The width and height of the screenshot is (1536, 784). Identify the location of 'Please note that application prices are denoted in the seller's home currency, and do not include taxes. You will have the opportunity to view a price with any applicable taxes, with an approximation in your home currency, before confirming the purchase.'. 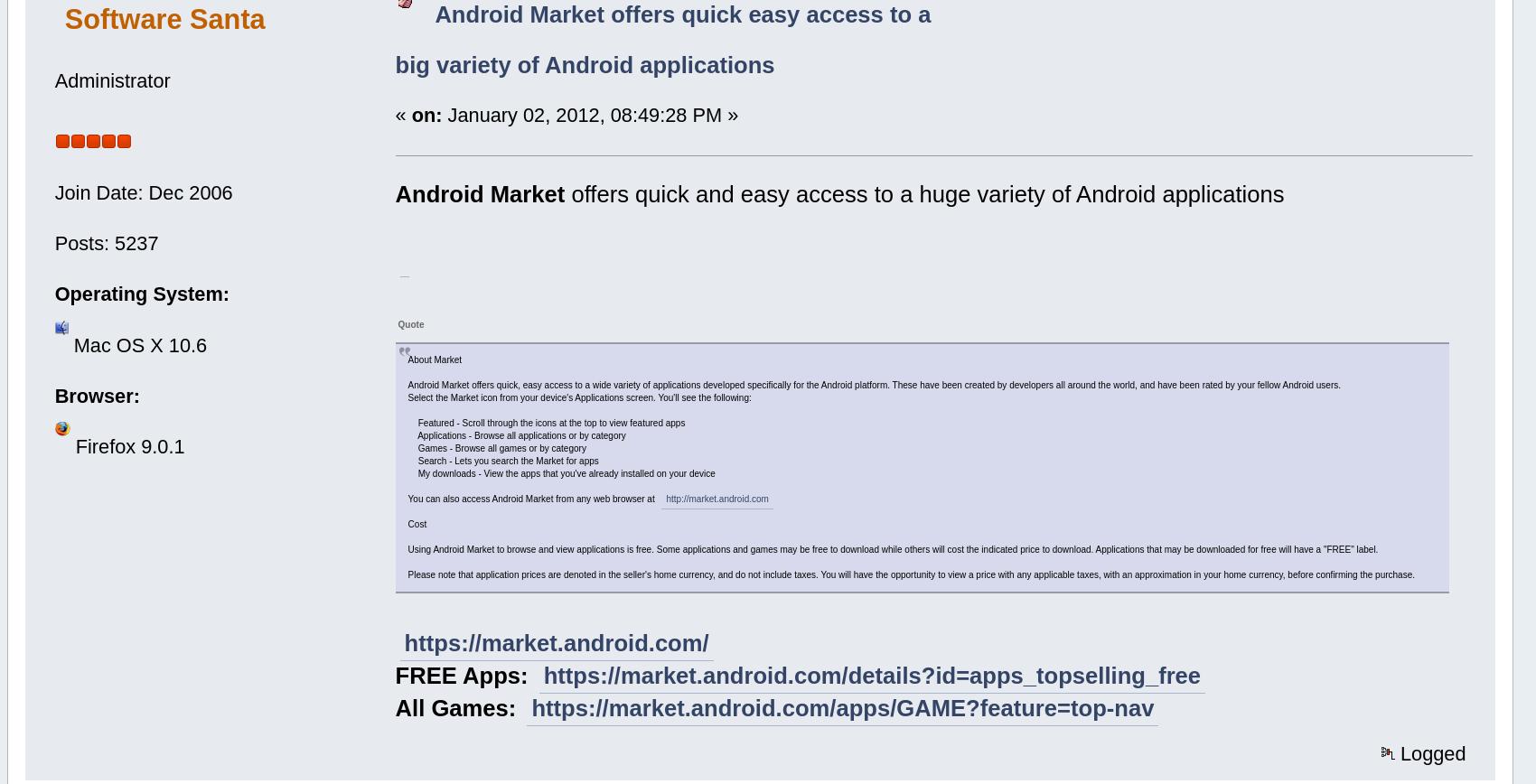
(407, 574).